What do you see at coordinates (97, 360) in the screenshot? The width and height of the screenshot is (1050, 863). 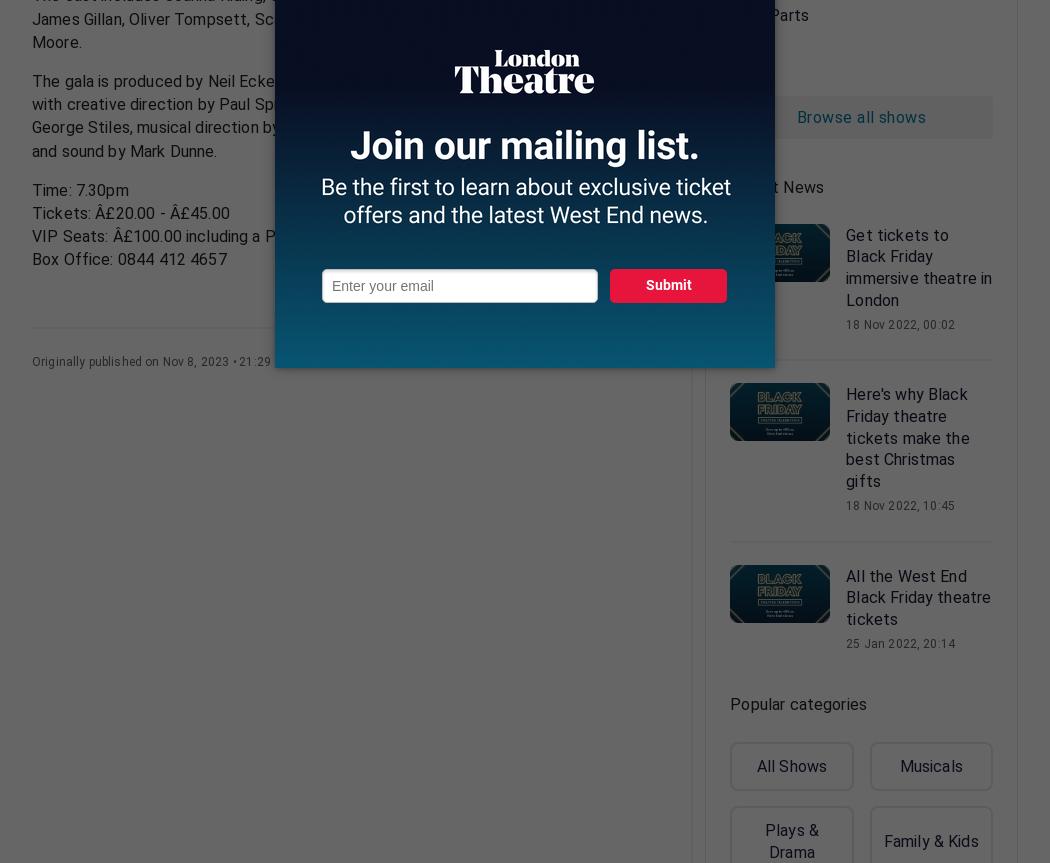 I see `'Originally published on'` at bounding box center [97, 360].